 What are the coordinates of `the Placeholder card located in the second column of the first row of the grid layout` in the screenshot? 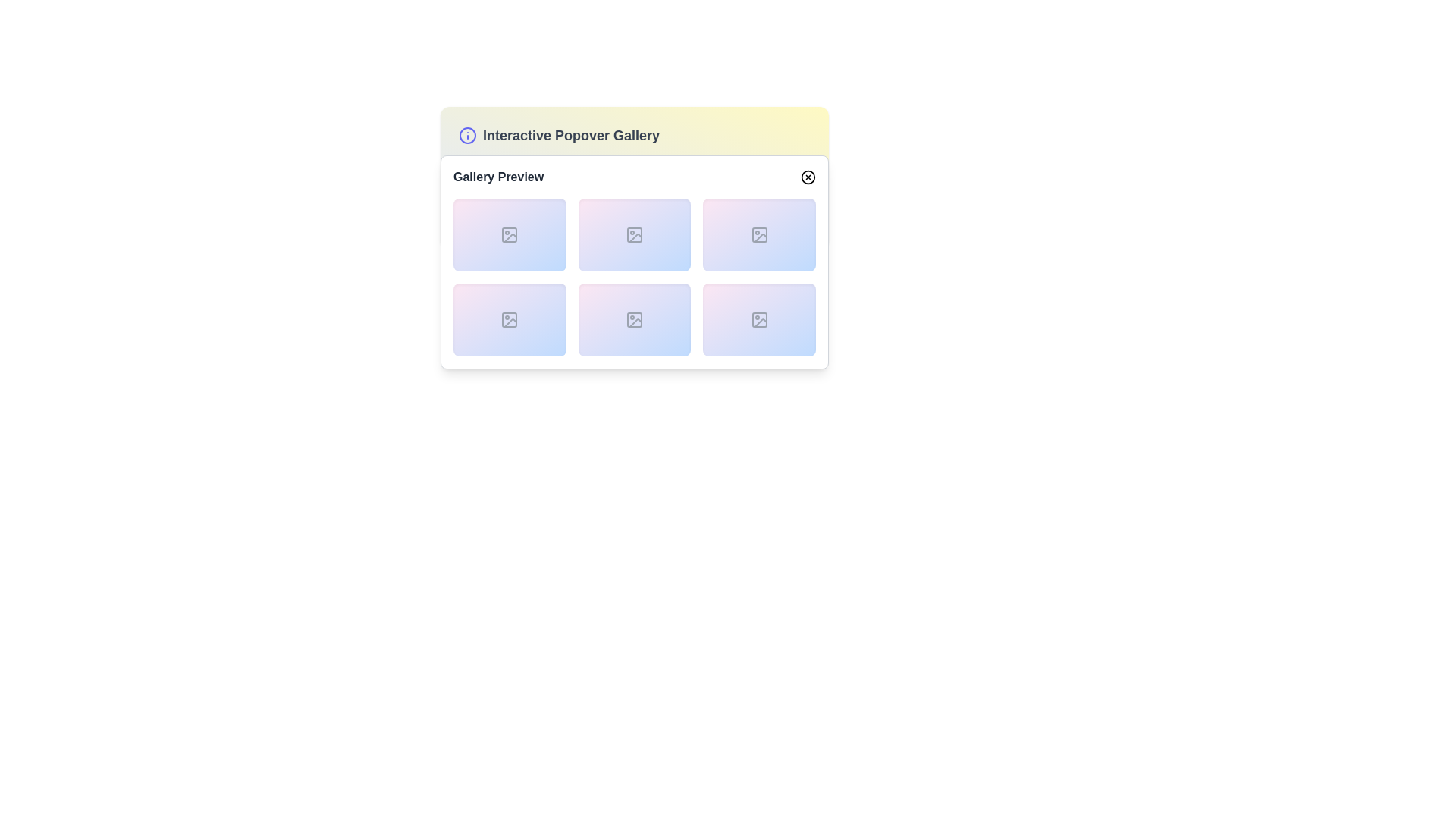 It's located at (634, 234).